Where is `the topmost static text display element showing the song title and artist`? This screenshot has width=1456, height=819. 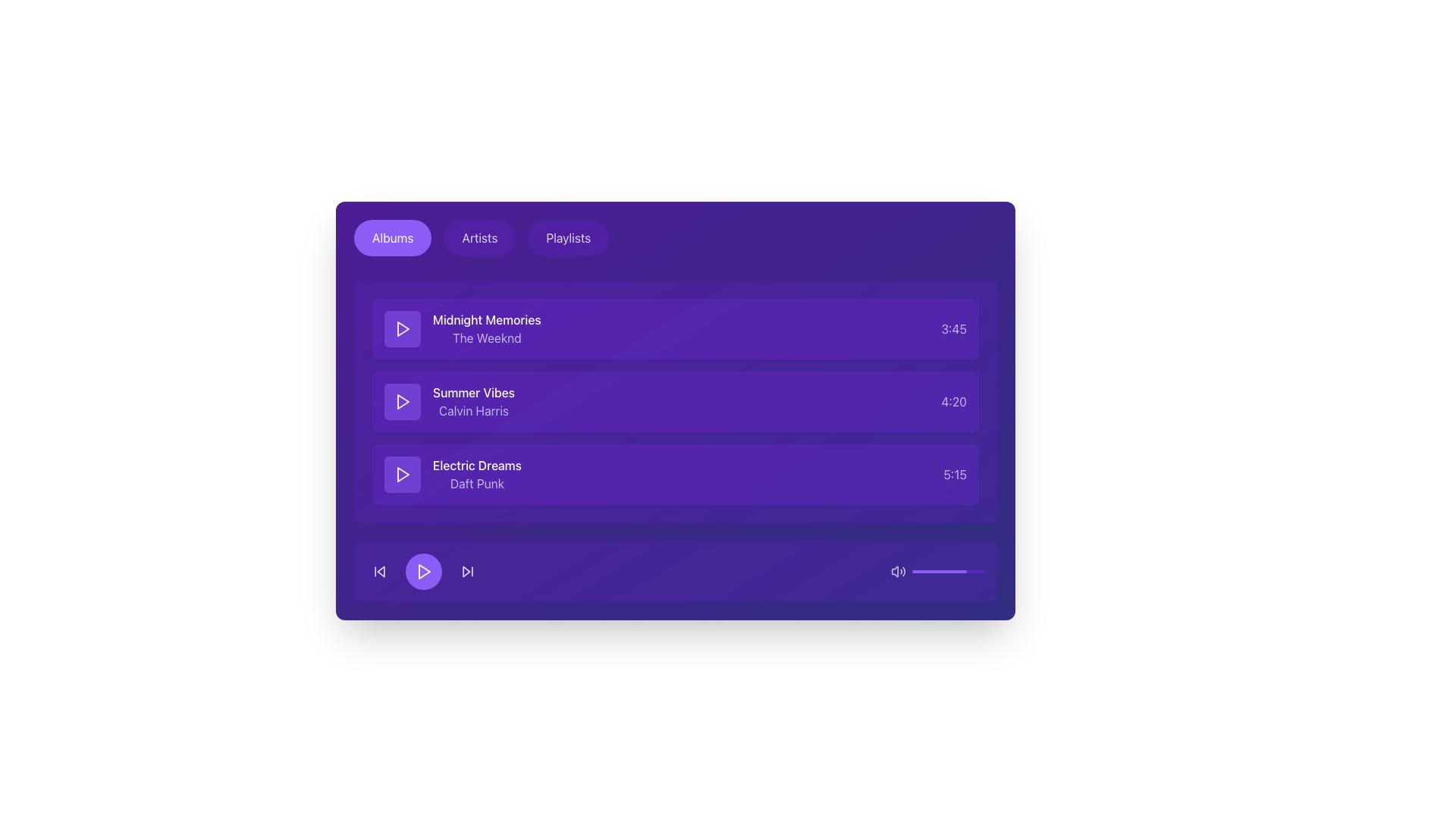 the topmost static text display element showing the song title and artist is located at coordinates (487, 328).